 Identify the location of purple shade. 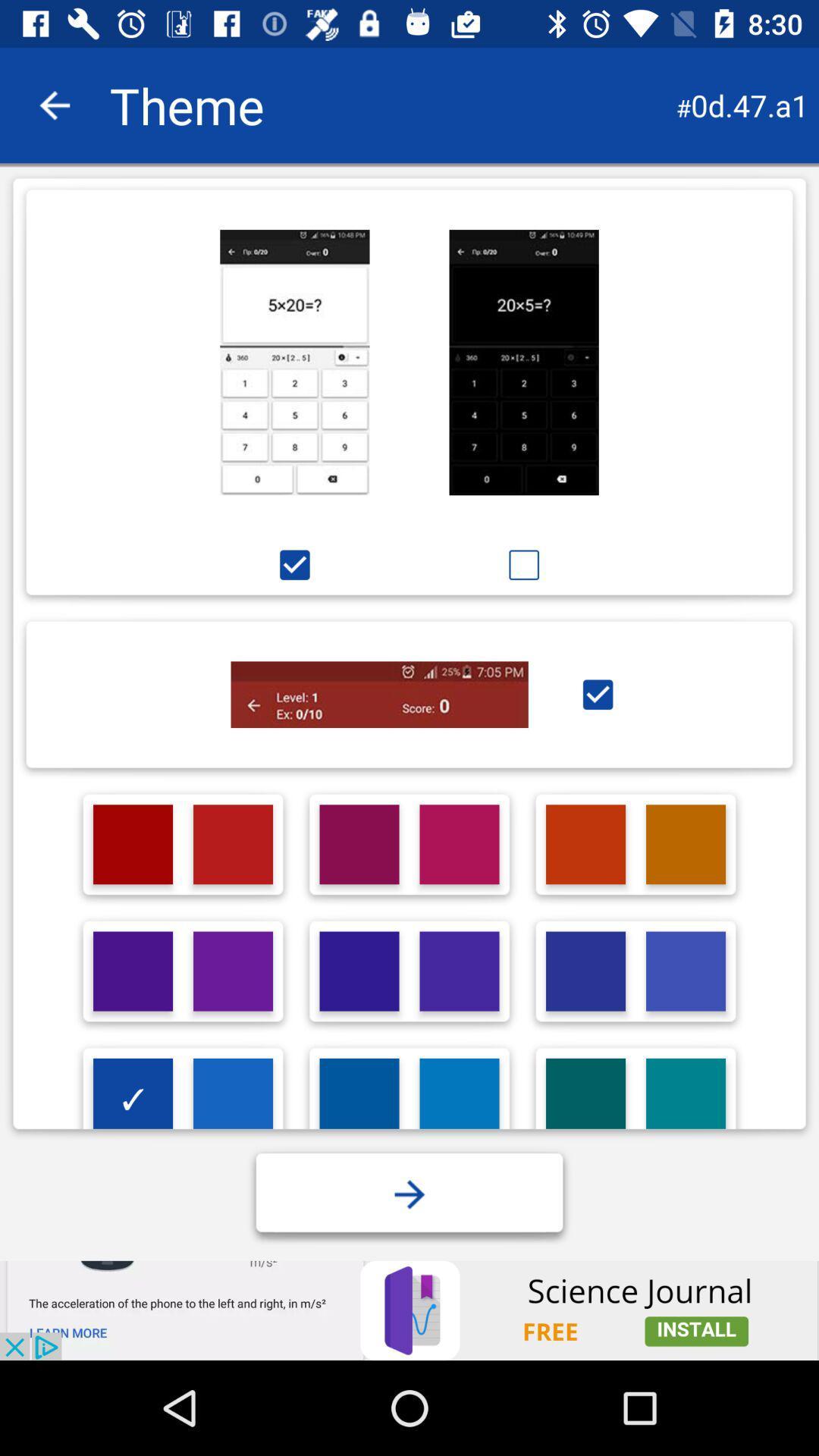
(233, 971).